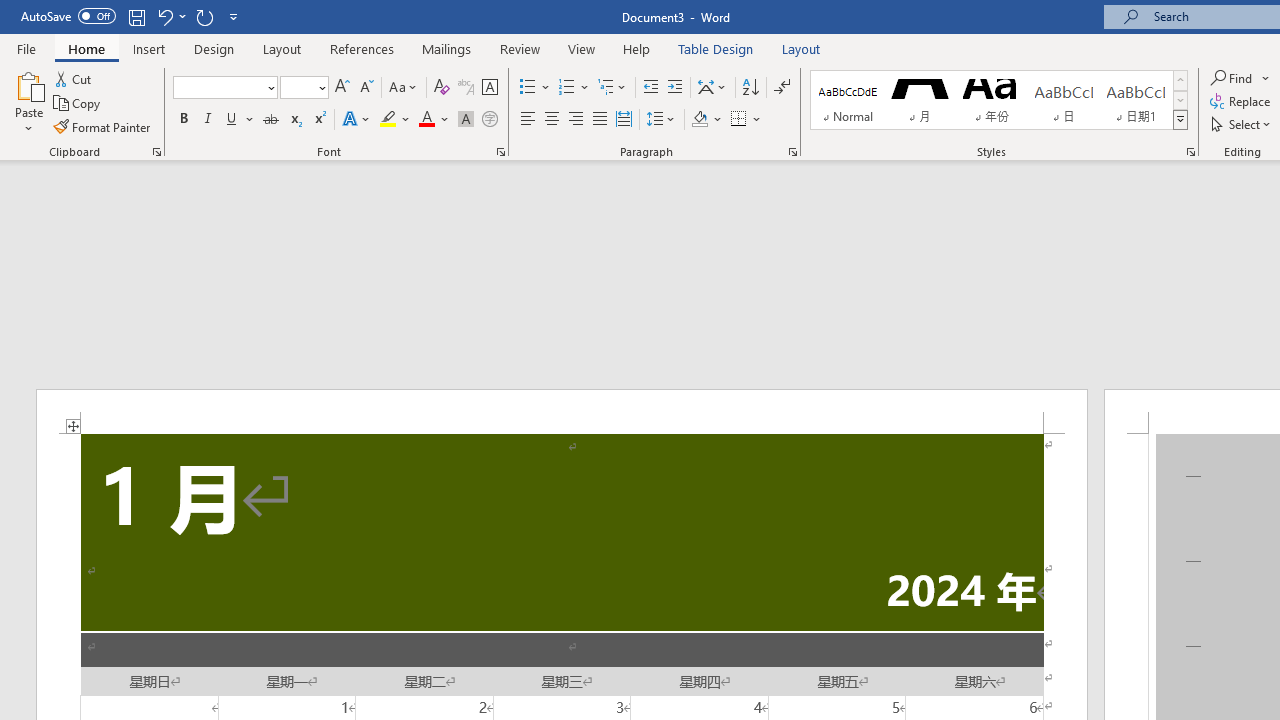 The image size is (1280, 720). Describe the element at coordinates (560, 410) in the screenshot. I see `'Header -Section 1-'` at that location.